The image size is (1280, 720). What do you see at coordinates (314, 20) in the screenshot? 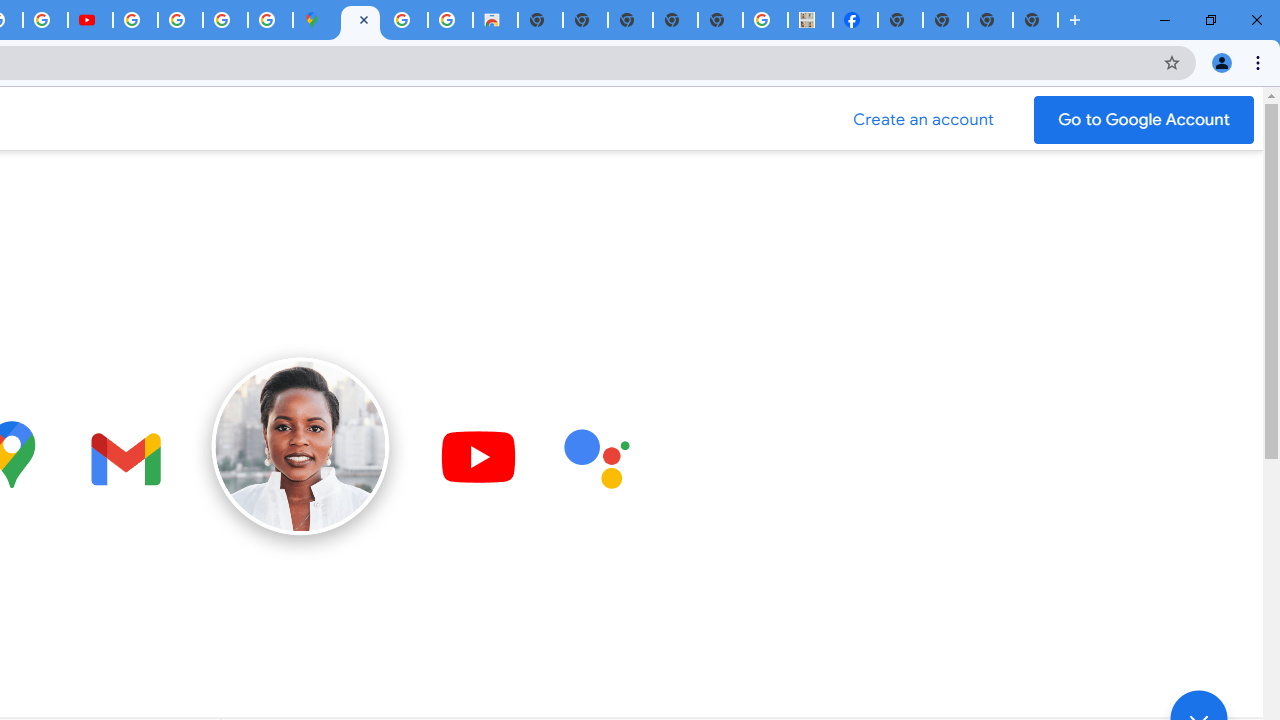
I see `'Google Maps'` at bounding box center [314, 20].